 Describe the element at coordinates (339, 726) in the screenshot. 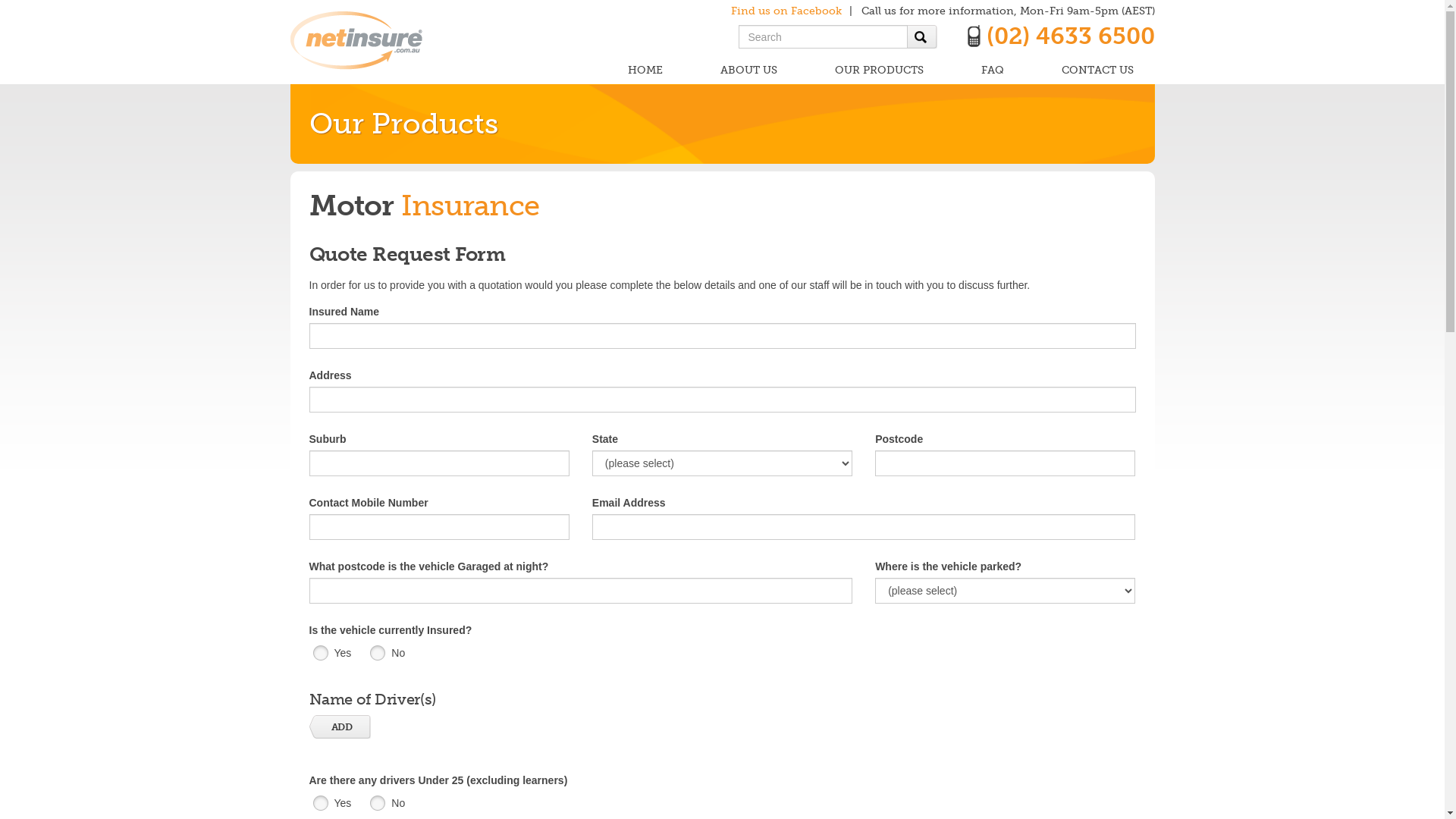

I see `'ADD'` at that location.